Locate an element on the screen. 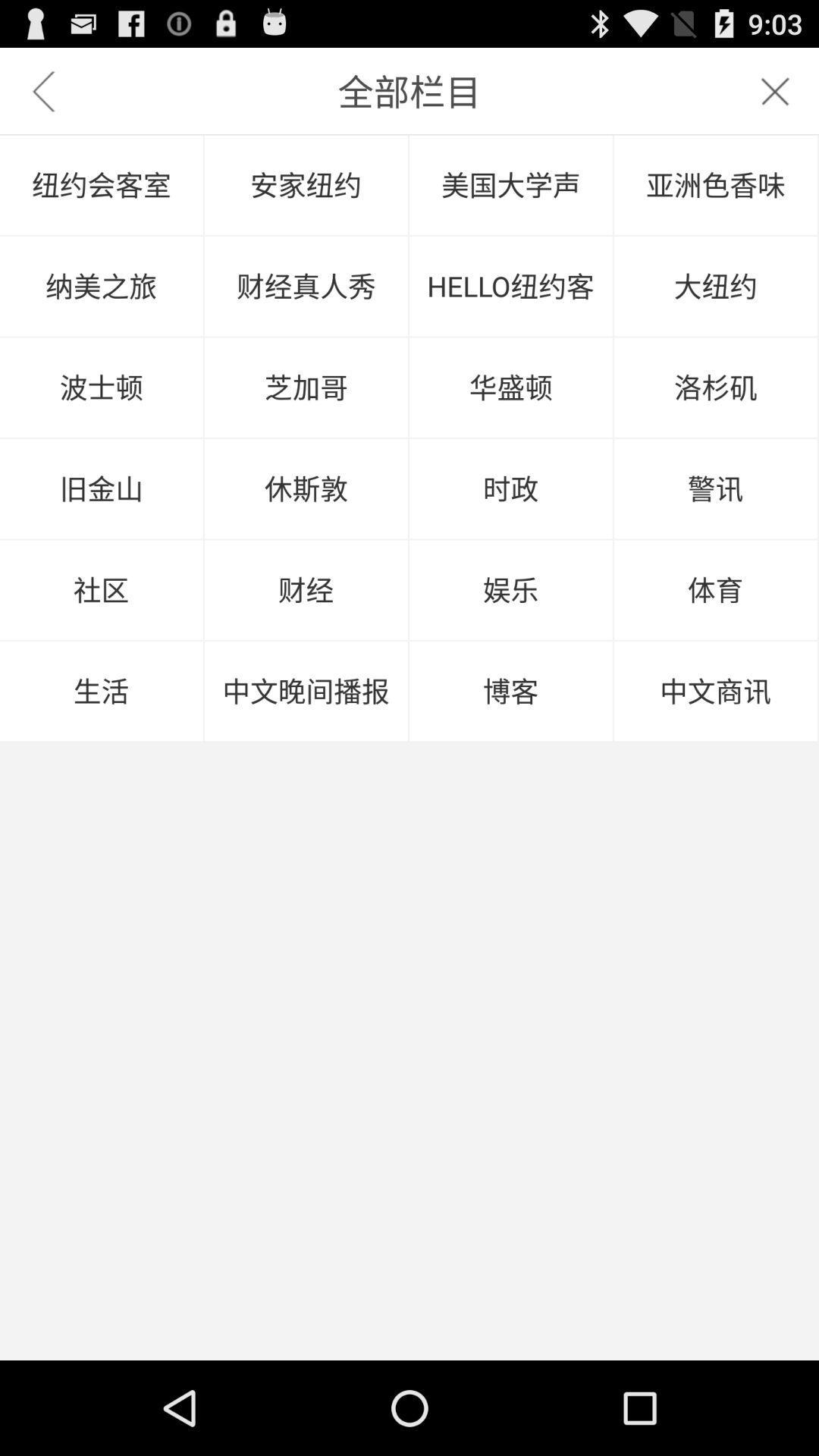 This screenshot has width=819, height=1456. the close icon is located at coordinates (775, 97).